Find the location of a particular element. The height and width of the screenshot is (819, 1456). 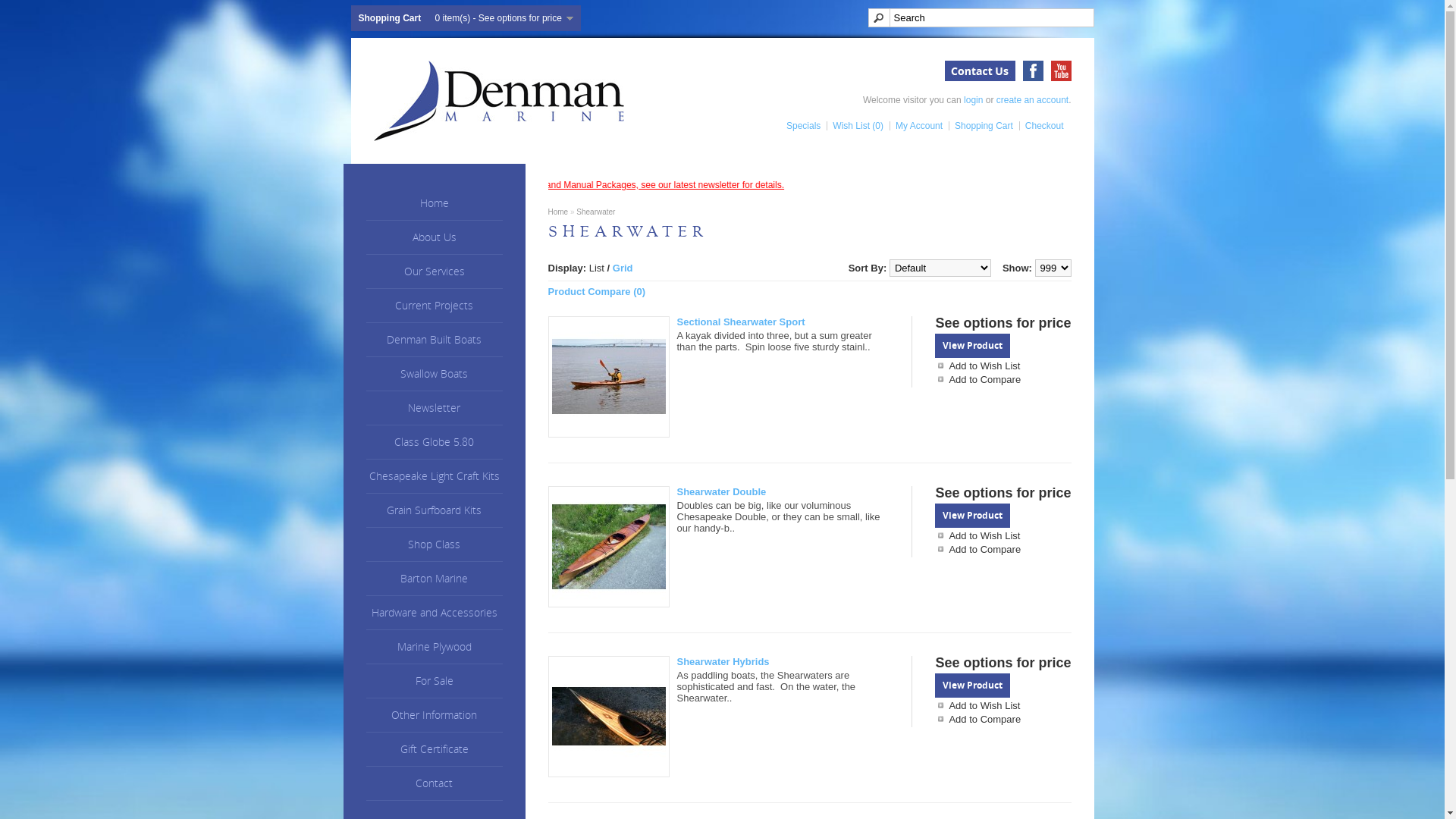

'Product Compare (0)' is located at coordinates (595, 291).